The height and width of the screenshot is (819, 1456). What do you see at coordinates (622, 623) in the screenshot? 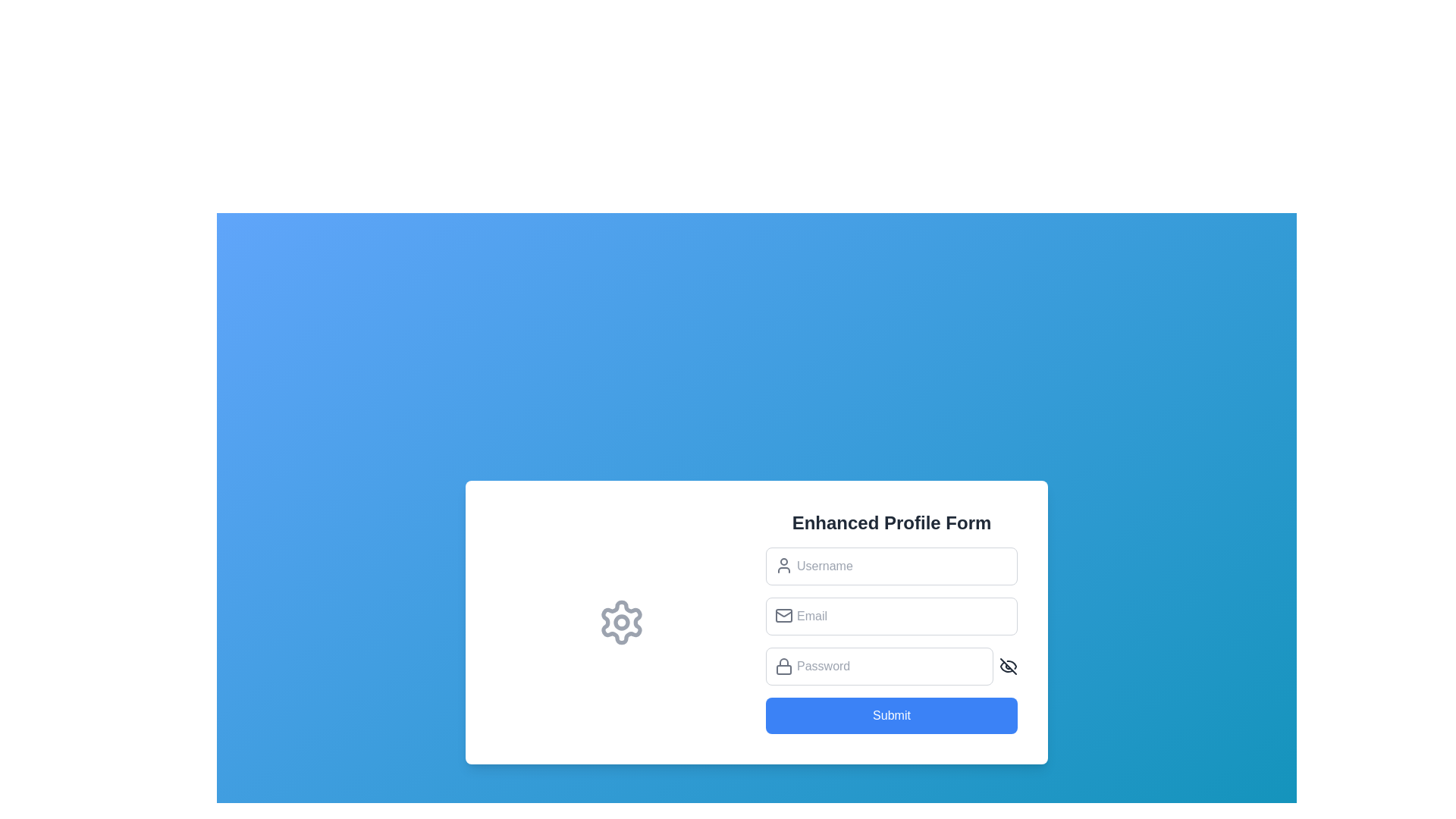
I see `small circular SVG element located at the center of the gear-like icon, which is part of a grouping on the left of the 'Enhanced Profile Form'` at bounding box center [622, 623].